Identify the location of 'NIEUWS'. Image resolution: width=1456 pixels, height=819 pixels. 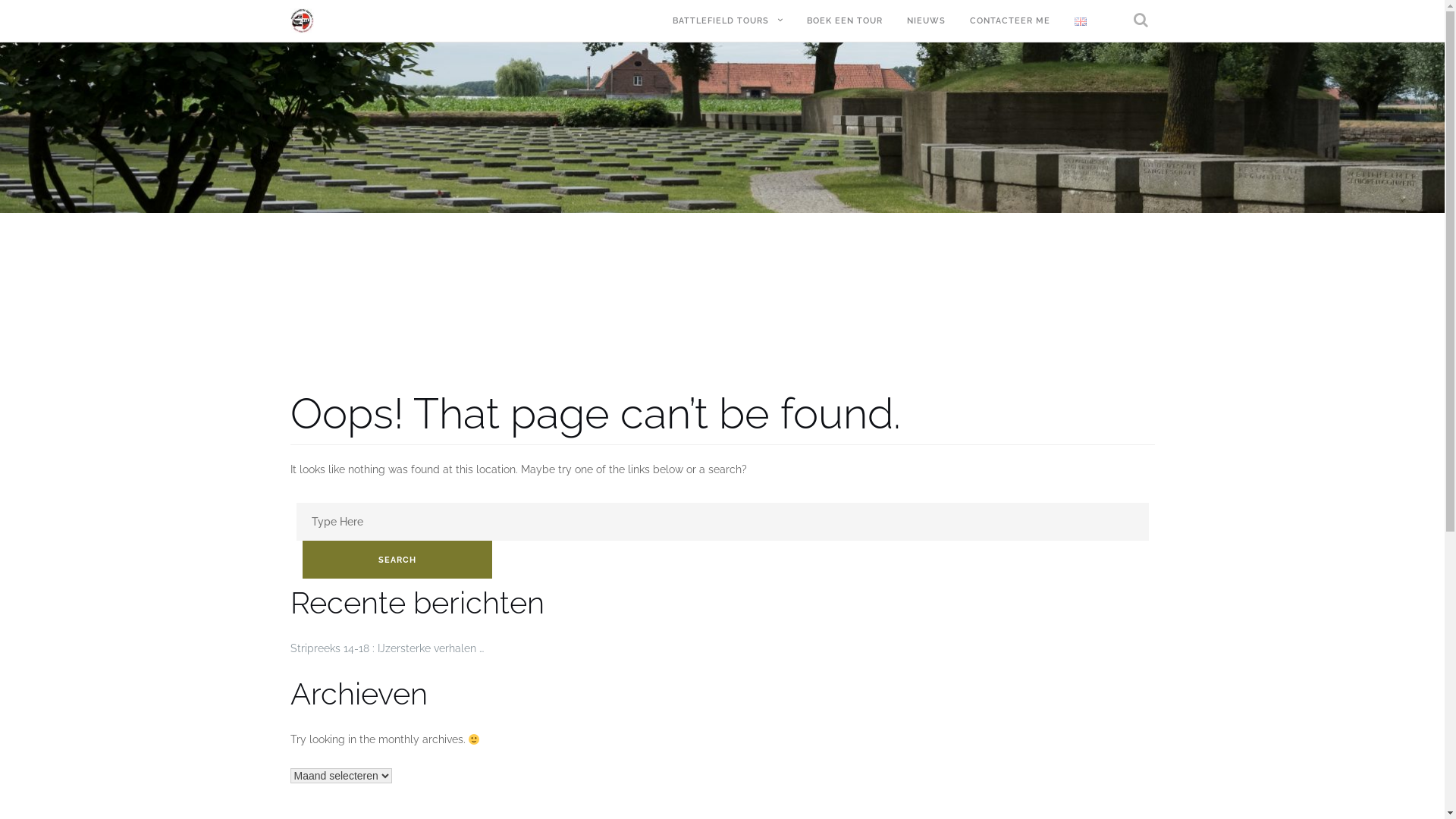
(925, 21).